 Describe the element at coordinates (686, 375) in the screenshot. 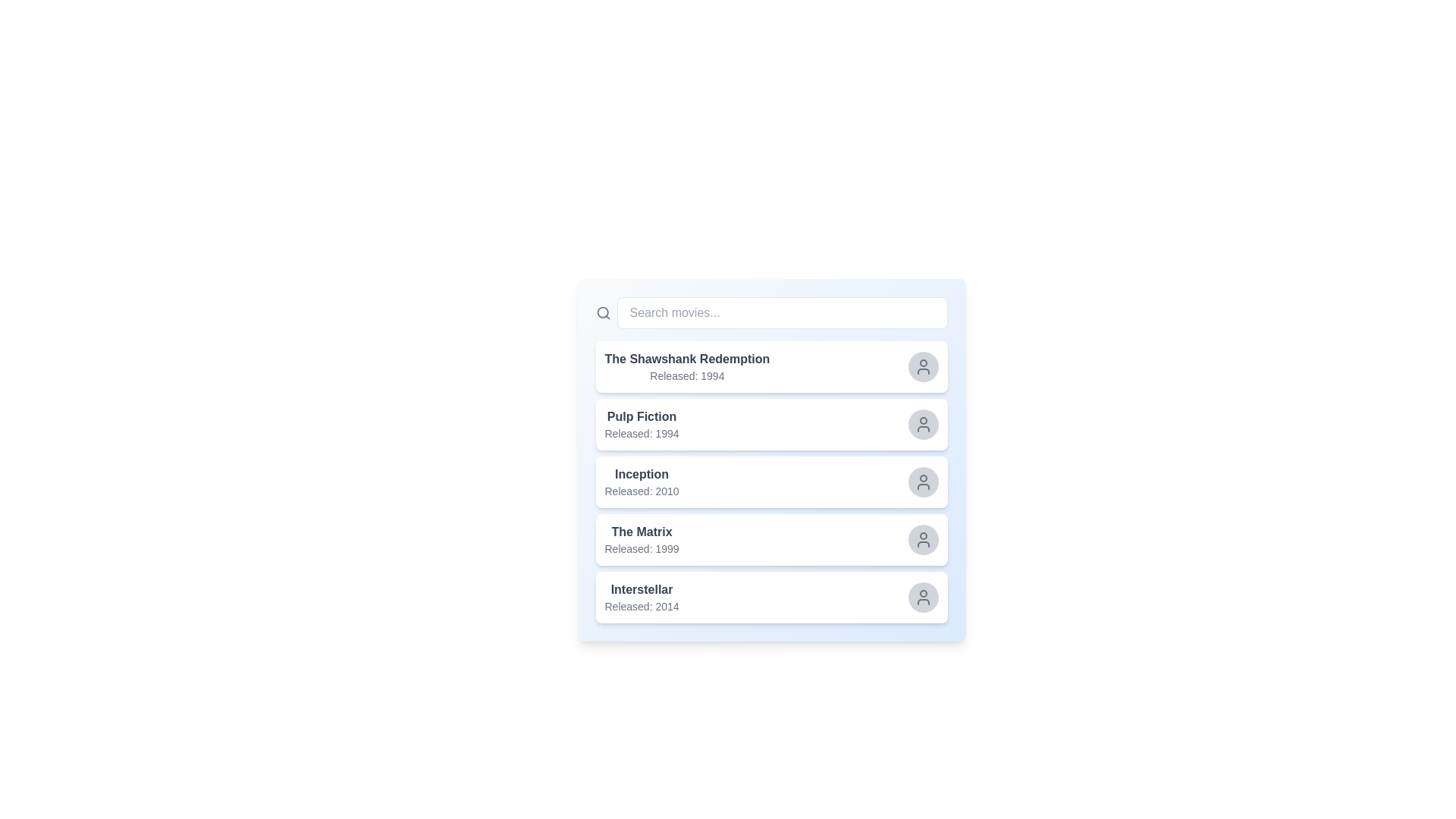

I see `the text displaying the release year of 'The Shawshank Redemption', which is located beneath the movie title and is the first element among similar elements` at that location.